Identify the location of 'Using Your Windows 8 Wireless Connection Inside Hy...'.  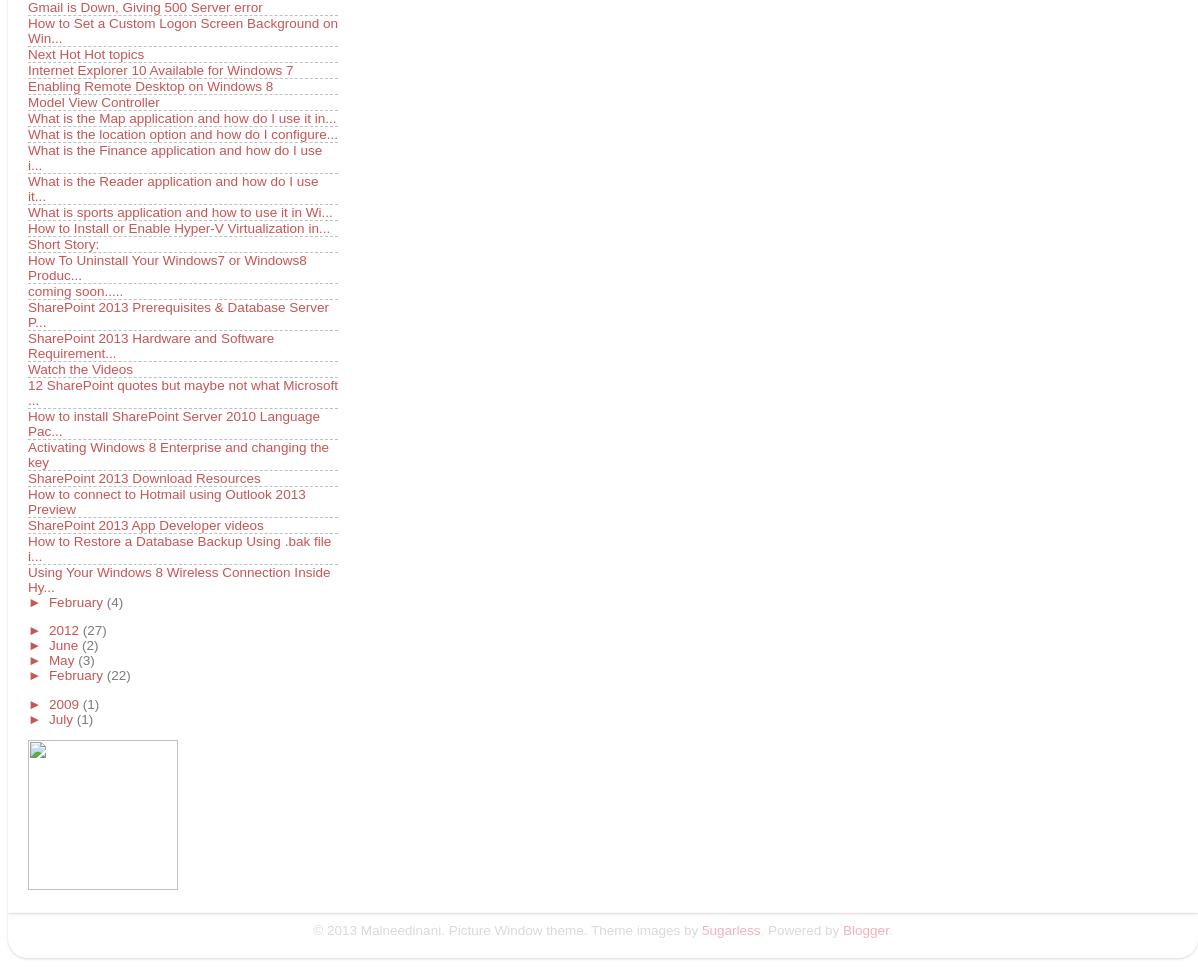
(177, 579).